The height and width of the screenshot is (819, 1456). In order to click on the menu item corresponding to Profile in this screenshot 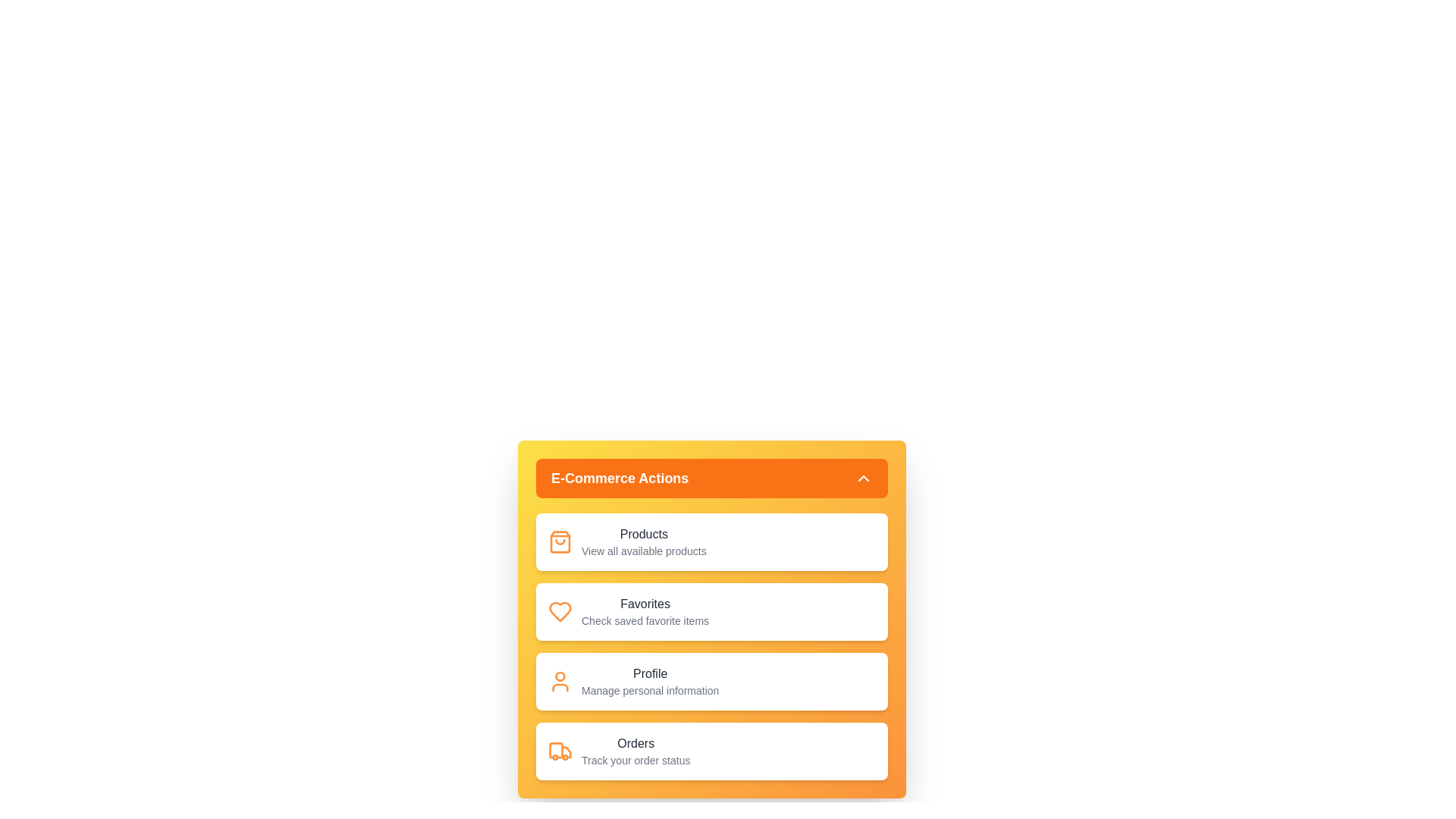, I will do `click(711, 680)`.